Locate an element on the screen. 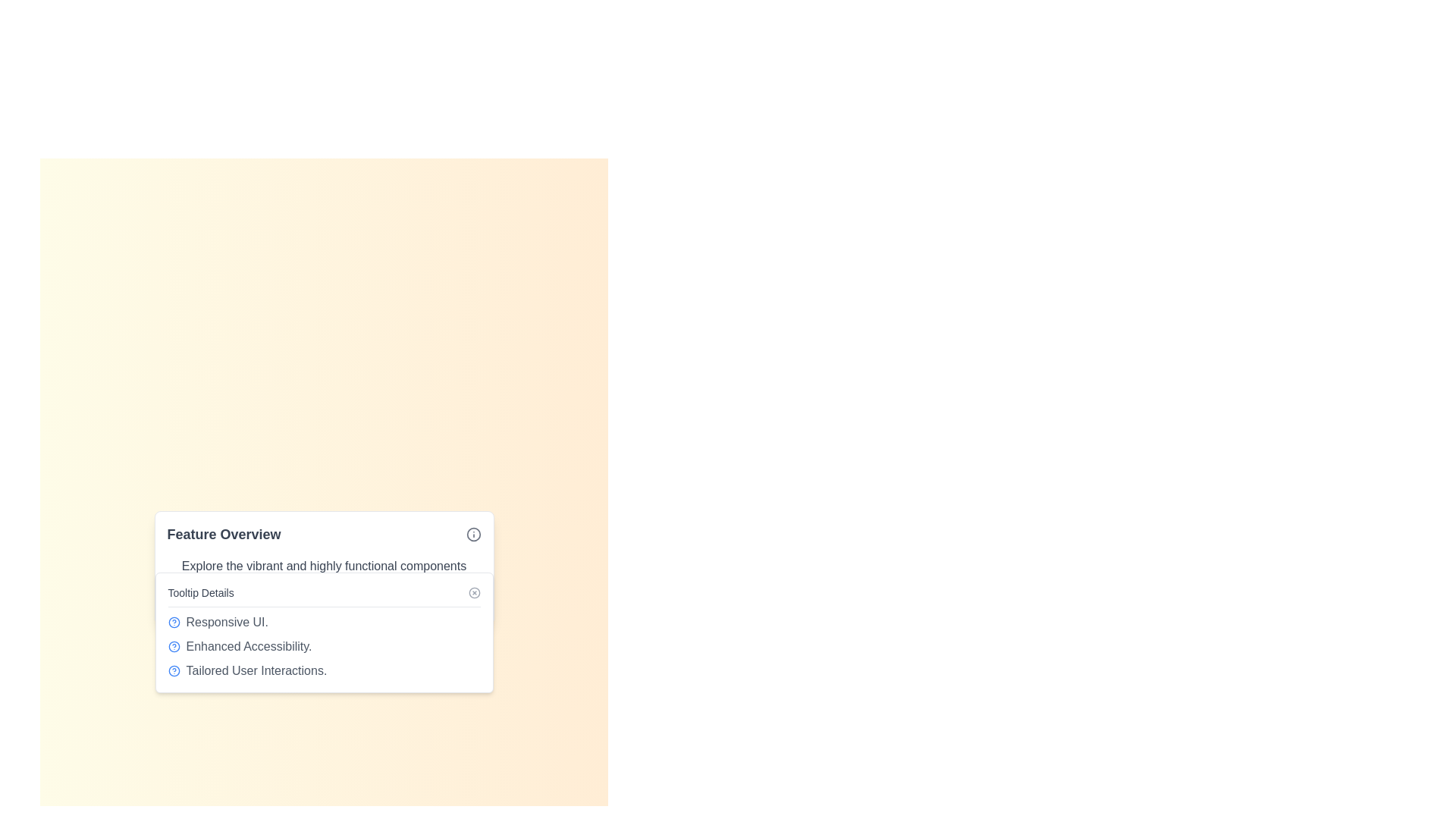 This screenshot has height=819, width=1456. content displayed in the informational panel or card, which provides an overview of the feature's details and benefits is located at coordinates (323, 567).